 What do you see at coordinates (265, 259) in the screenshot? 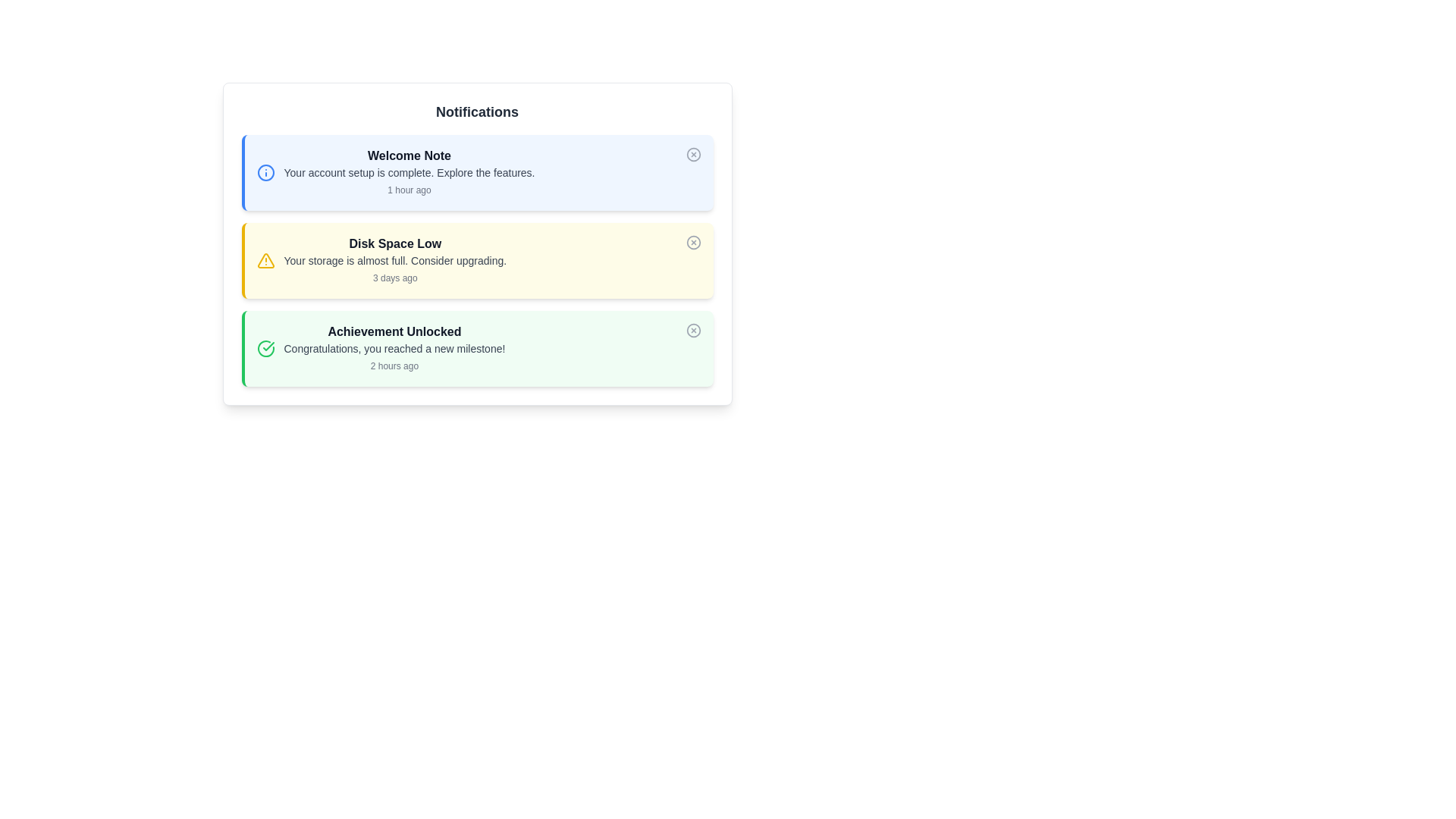
I see `the warning icon indicating low disk space in the second notification card adjacent to the descriptive text` at bounding box center [265, 259].